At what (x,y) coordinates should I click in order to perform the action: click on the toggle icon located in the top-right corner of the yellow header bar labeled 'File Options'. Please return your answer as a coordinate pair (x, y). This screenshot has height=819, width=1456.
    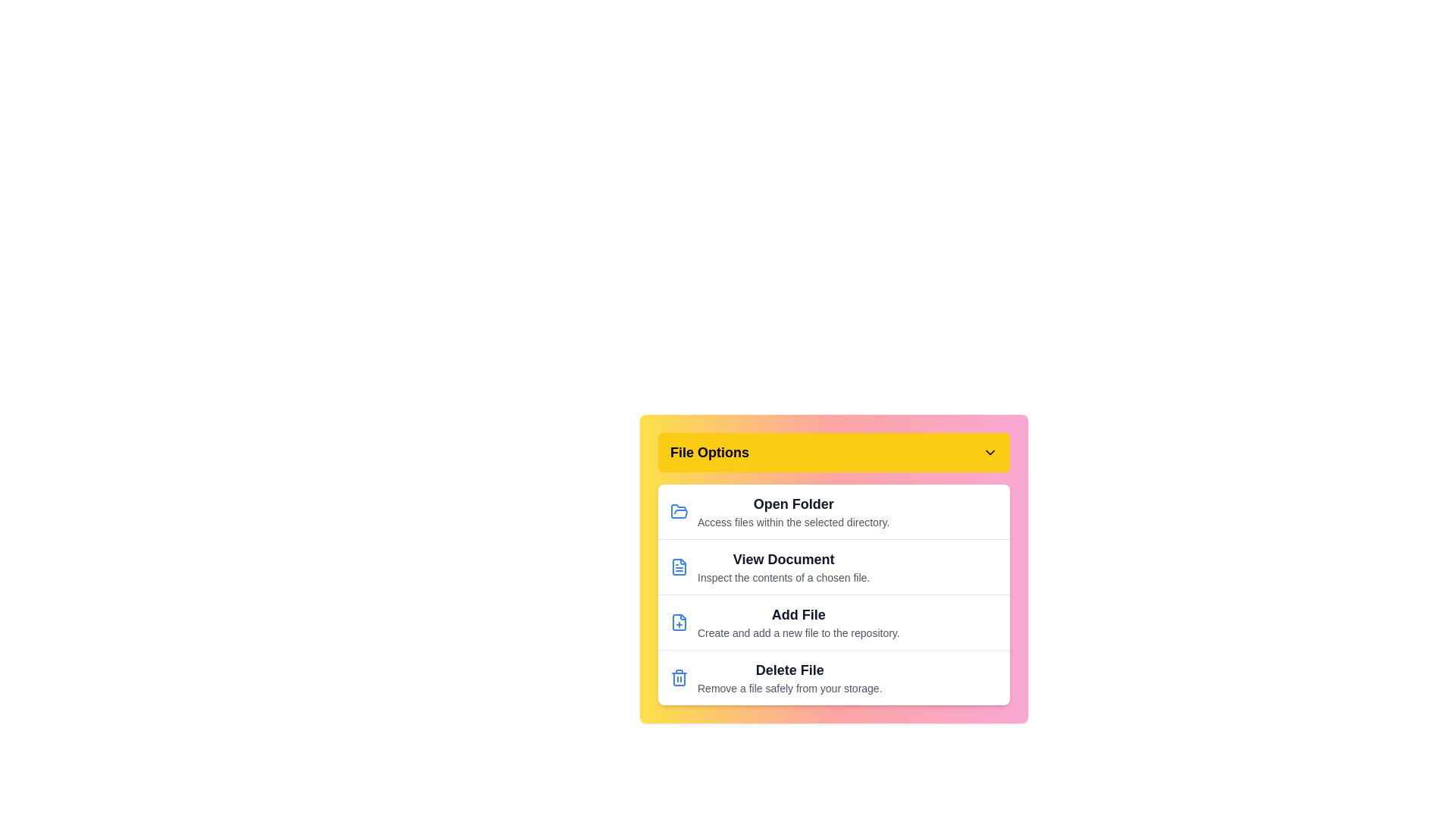
    Looking at the image, I should click on (990, 452).